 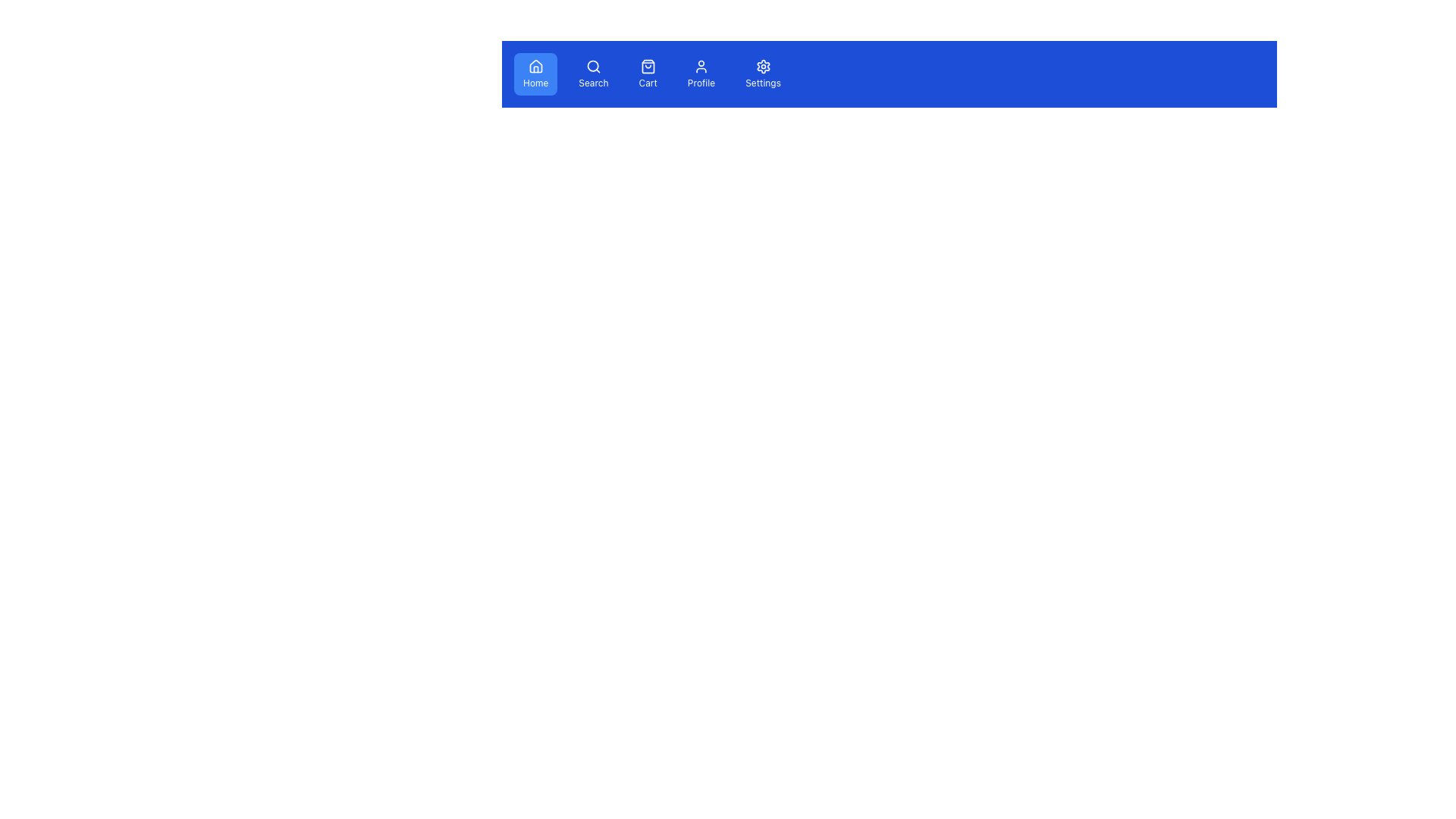 What do you see at coordinates (648, 66) in the screenshot?
I see `the shopping bag icon located in the top navigation bar` at bounding box center [648, 66].